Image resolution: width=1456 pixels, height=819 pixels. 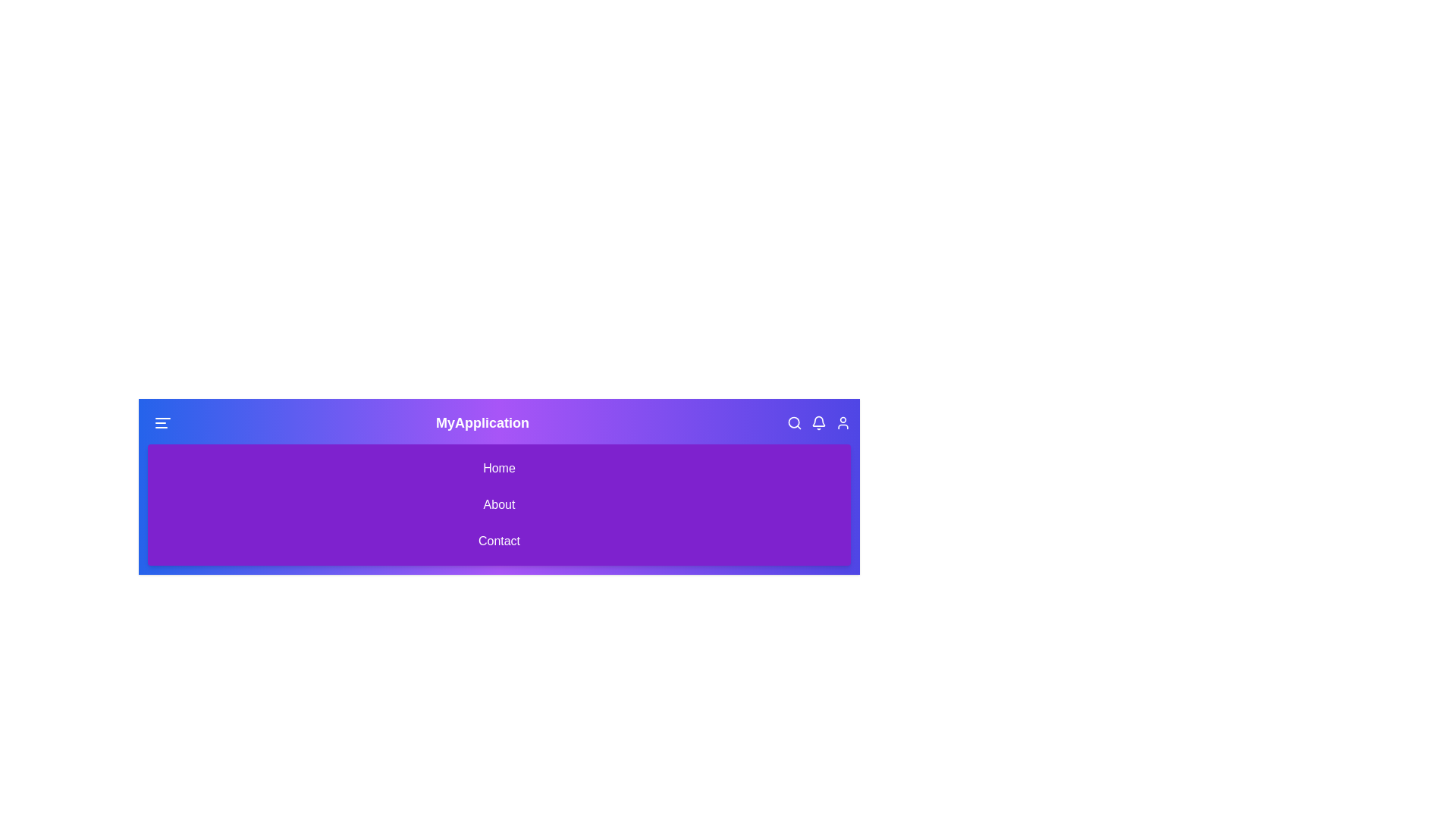 What do you see at coordinates (499, 540) in the screenshot?
I see `the 'Contact' menu item to navigate to the 'Contact' section` at bounding box center [499, 540].